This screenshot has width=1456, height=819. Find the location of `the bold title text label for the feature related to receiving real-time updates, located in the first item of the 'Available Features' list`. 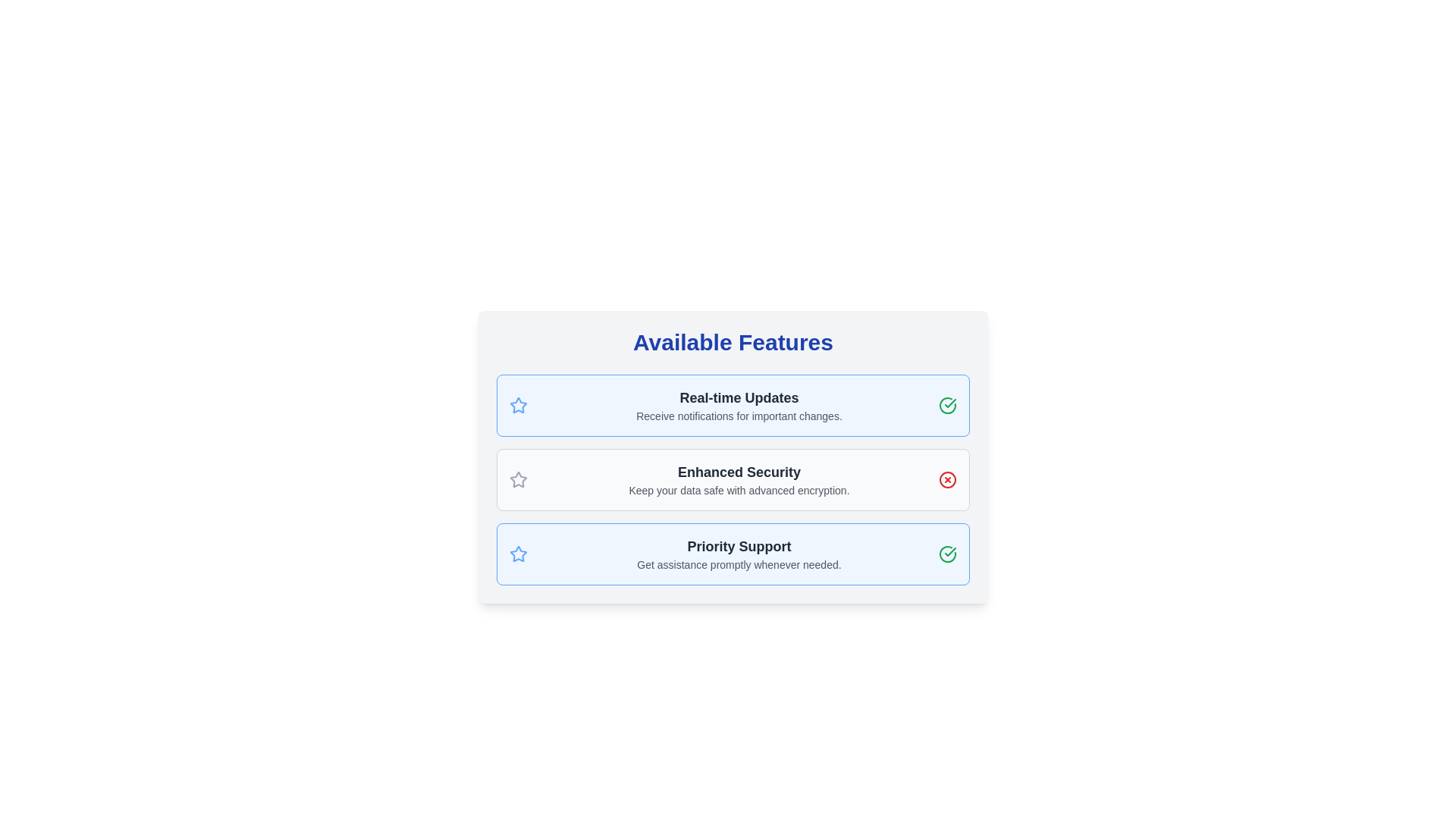

the bold title text label for the feature related to receiving real-time updates, located in the first item of the 'Available Features' list is located at coordinates (739, 397).